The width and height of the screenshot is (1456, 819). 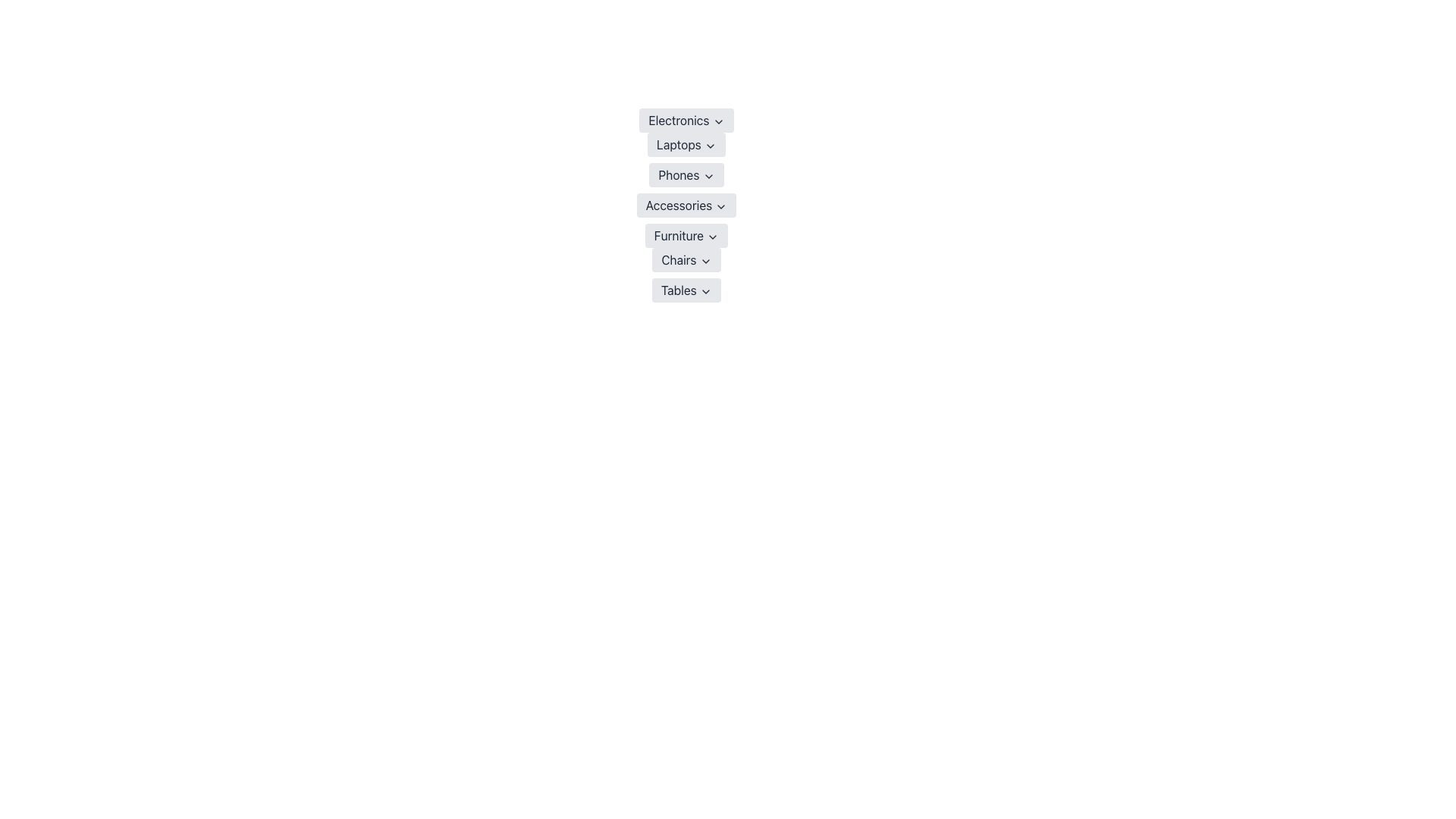 I want to click on the chevron icon located on the right edge of the 'Laptops' button to determine if it can expand or collapse the associated content, so click(x=709, y=146).